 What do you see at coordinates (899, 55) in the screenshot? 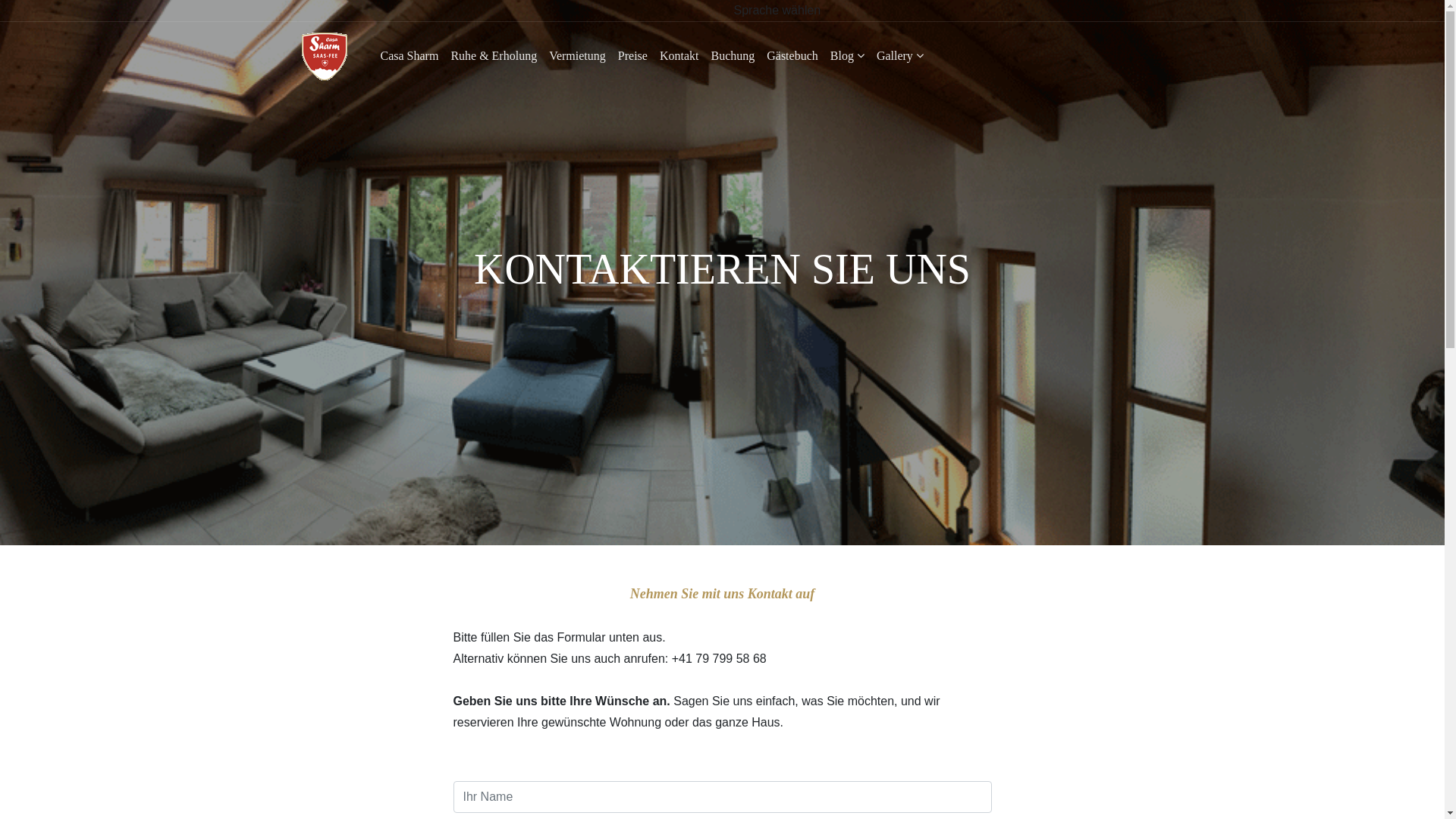
I see `'Gallery'` at bounding box center [899, 55].